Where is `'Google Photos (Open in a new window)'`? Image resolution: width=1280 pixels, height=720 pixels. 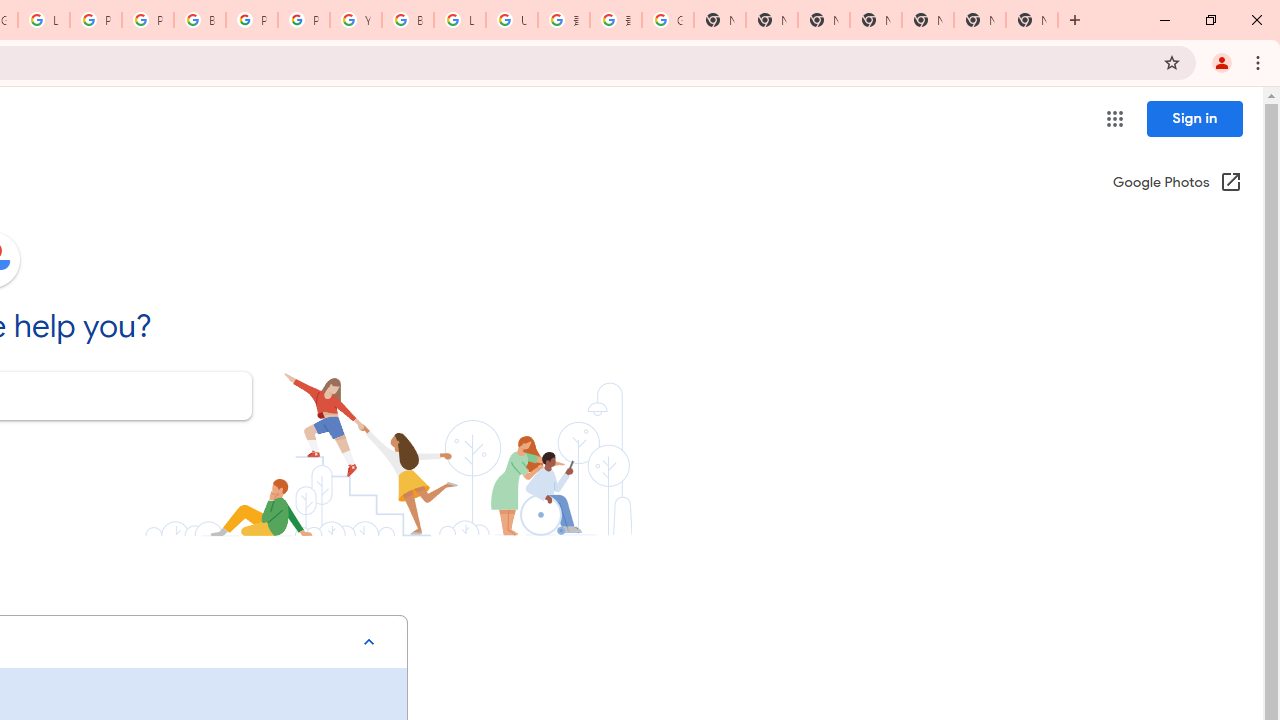
'Google Photos (Open in a new window)' is located at coordinates (1177, 183).